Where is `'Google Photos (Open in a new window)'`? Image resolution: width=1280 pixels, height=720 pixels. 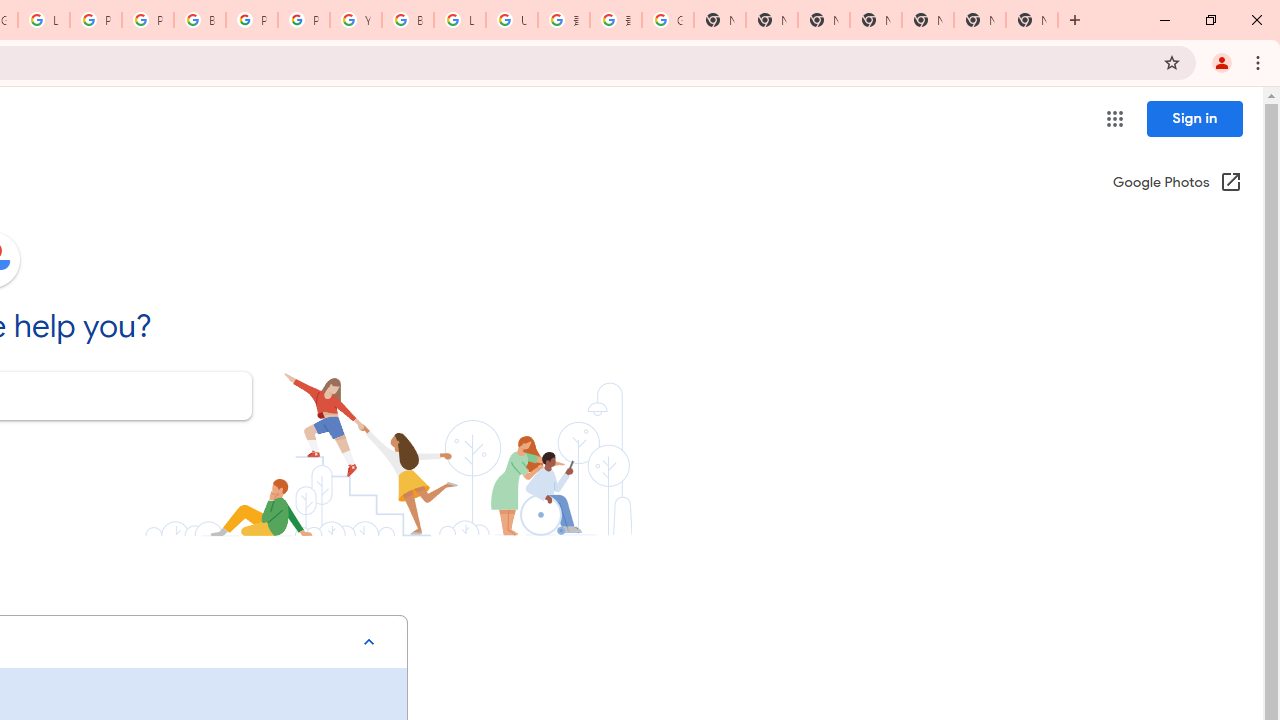
'Google Photos (Open in a new window)' is located at coordinates (1177, 183).